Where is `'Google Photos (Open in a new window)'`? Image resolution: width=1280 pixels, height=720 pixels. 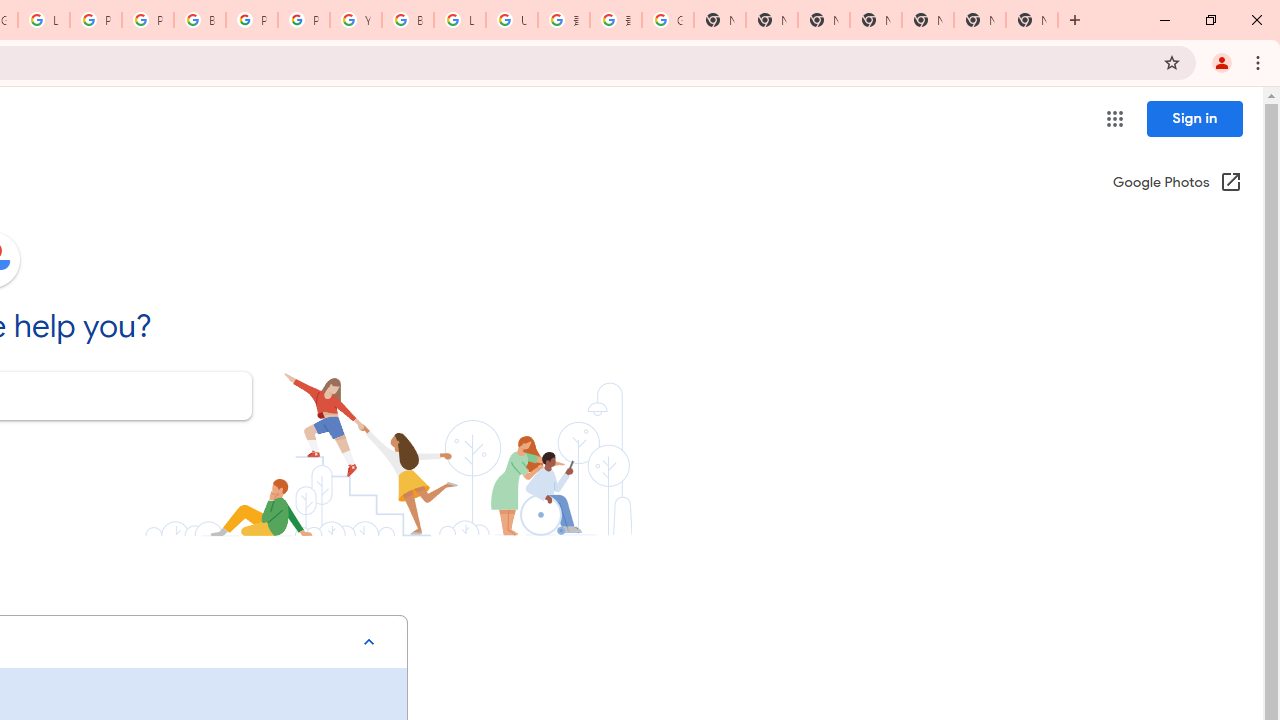
'Google Photos (Open in a new window)' is located at coordinates (1177, 183).